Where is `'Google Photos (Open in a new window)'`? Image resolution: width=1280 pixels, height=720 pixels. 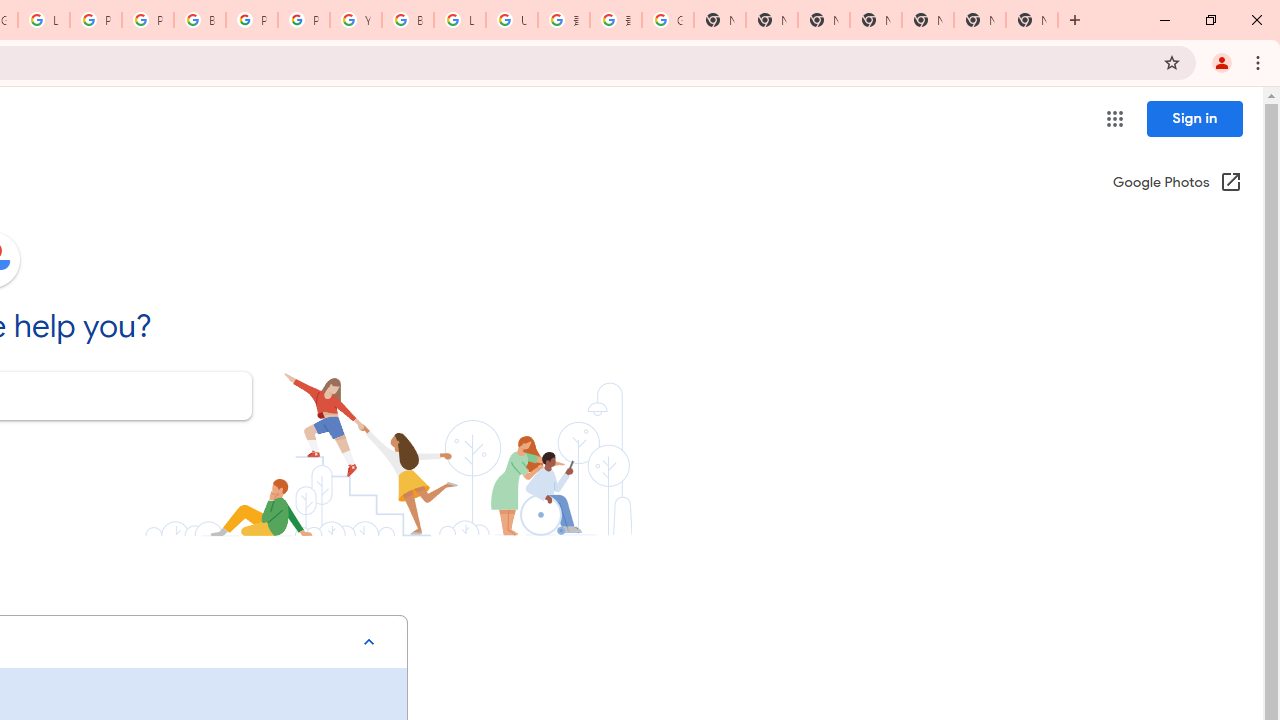
'Google Photos (Open in a new window)' is located at coordinates (1177, 183).